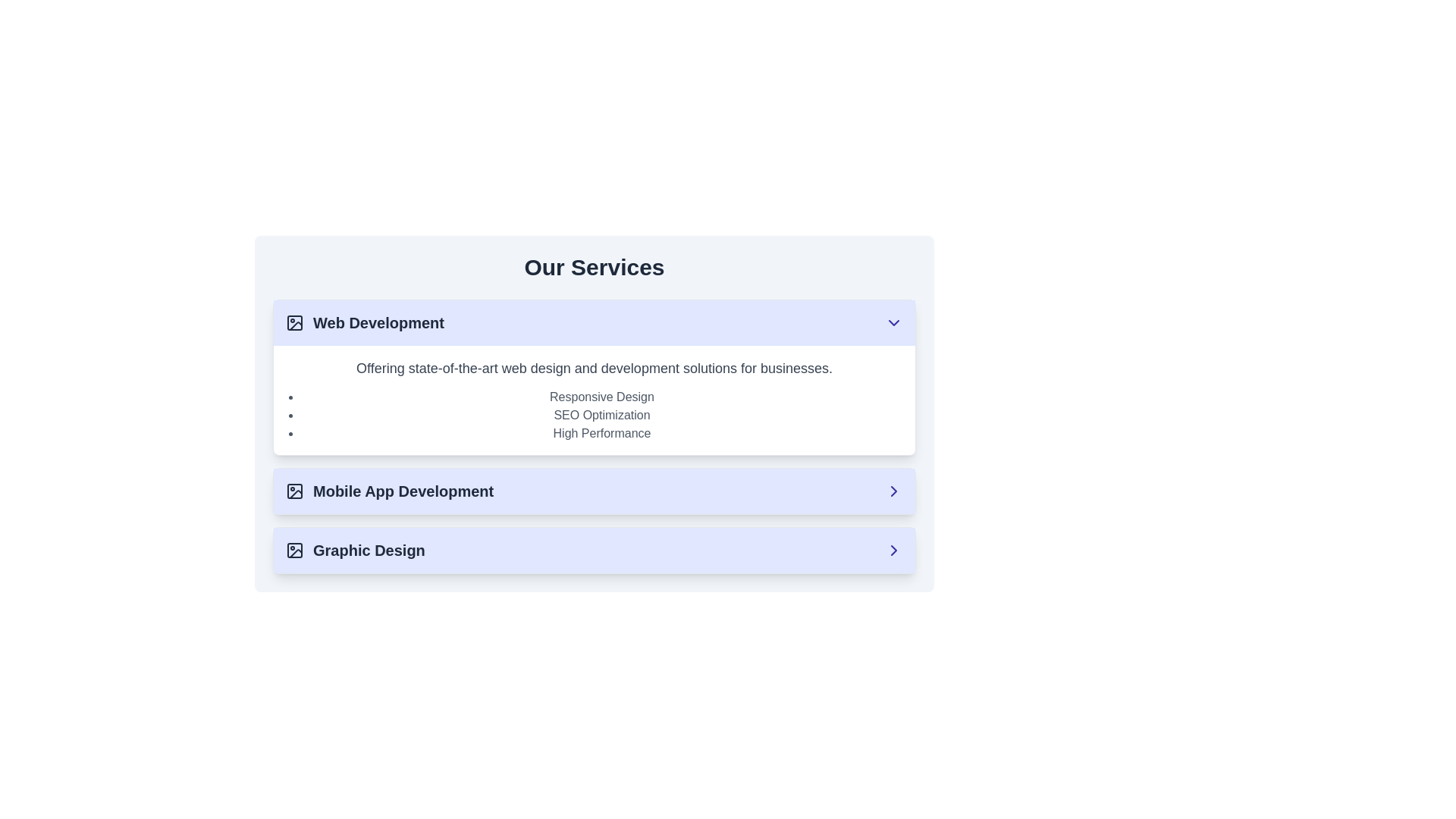  I want to click on the third bullet point text label in the 'Web Development' section that provides information about a feature related to web development, so click(601, 433).